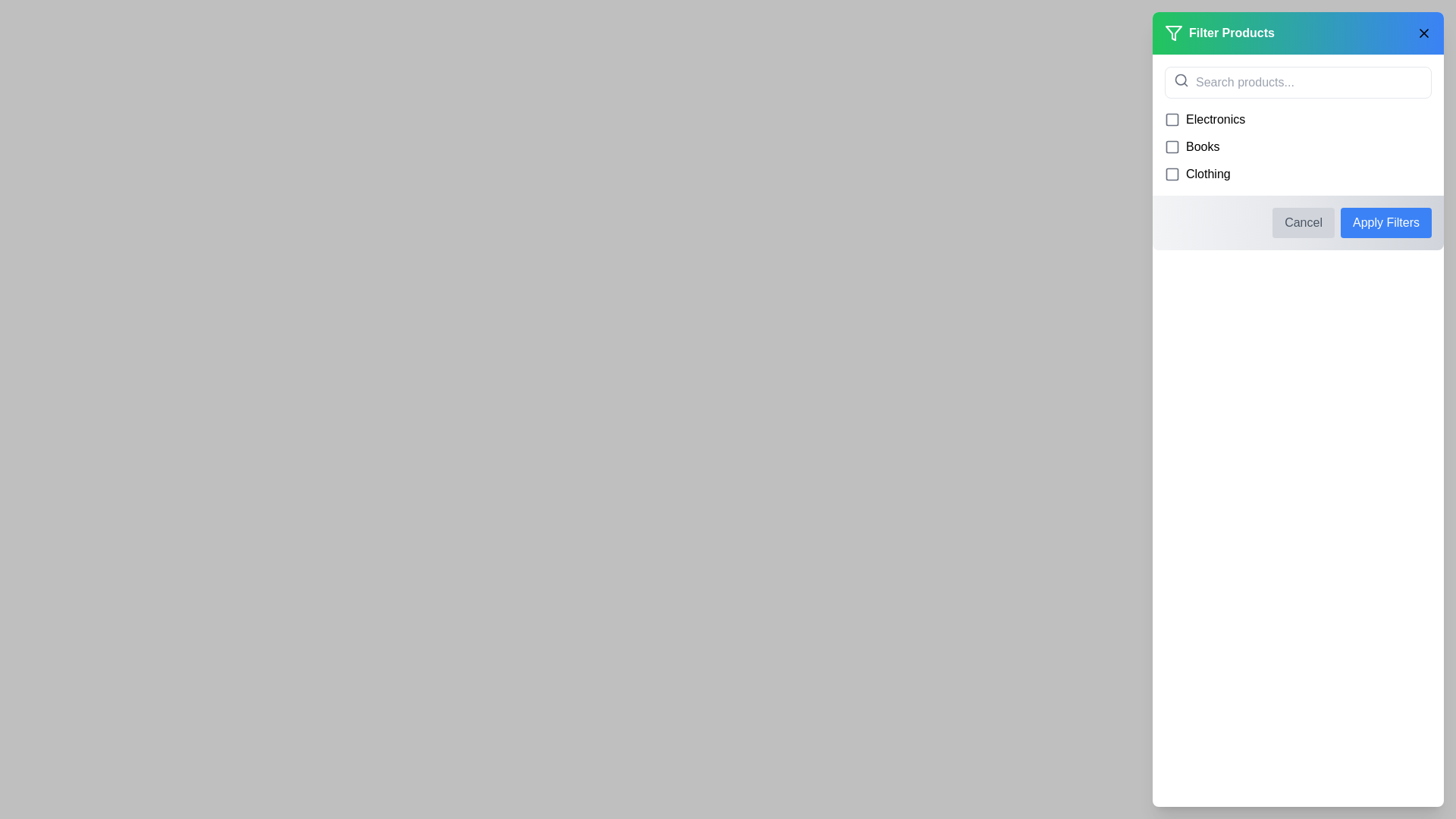  What do you see at coordinates (1298, 124) in the screenshot?
I see `the checkbox next to the 'Electronics' item in the Filter list with checkboxes` at bounding box center [1298, 124].